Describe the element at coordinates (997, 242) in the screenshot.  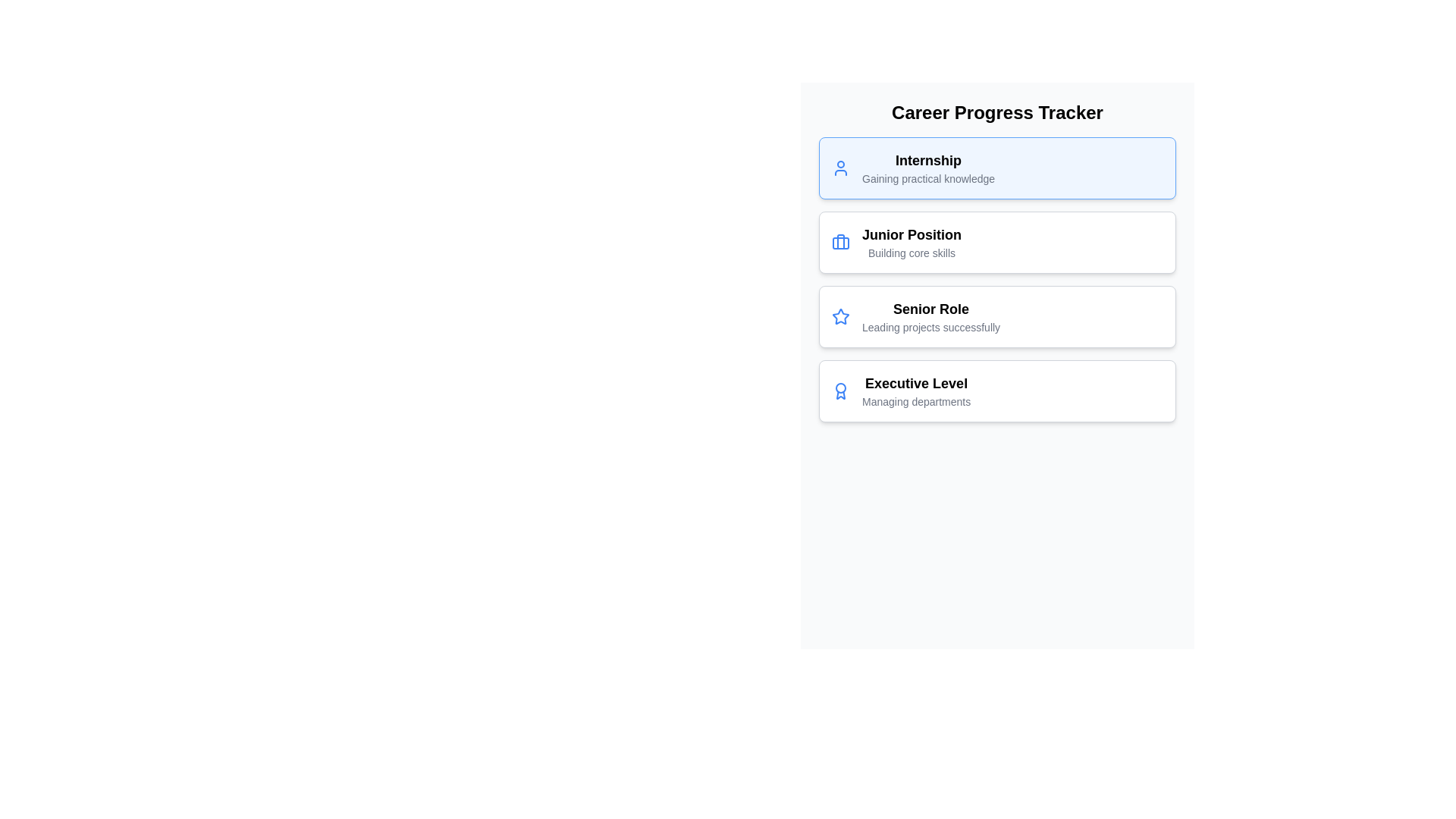
I see `the informational card for the 'Junior Position' stage in the career progress interface` at that location.